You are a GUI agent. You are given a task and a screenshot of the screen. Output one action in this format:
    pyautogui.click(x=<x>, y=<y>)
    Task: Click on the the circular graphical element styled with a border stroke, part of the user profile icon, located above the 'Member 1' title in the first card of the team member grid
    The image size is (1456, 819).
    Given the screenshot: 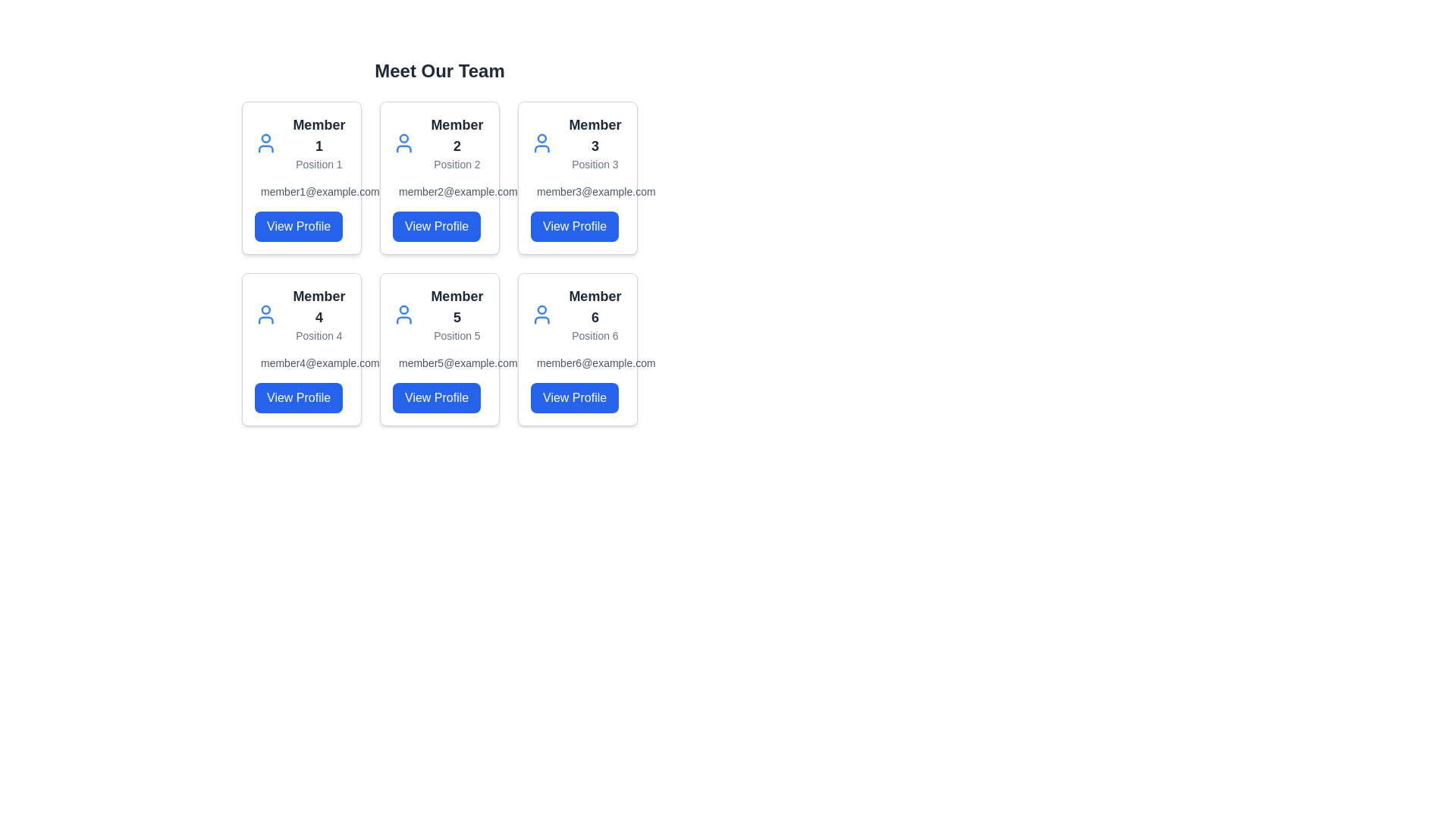 What is the action you would take?
    pyautogui.click(x=265, y=138)
    